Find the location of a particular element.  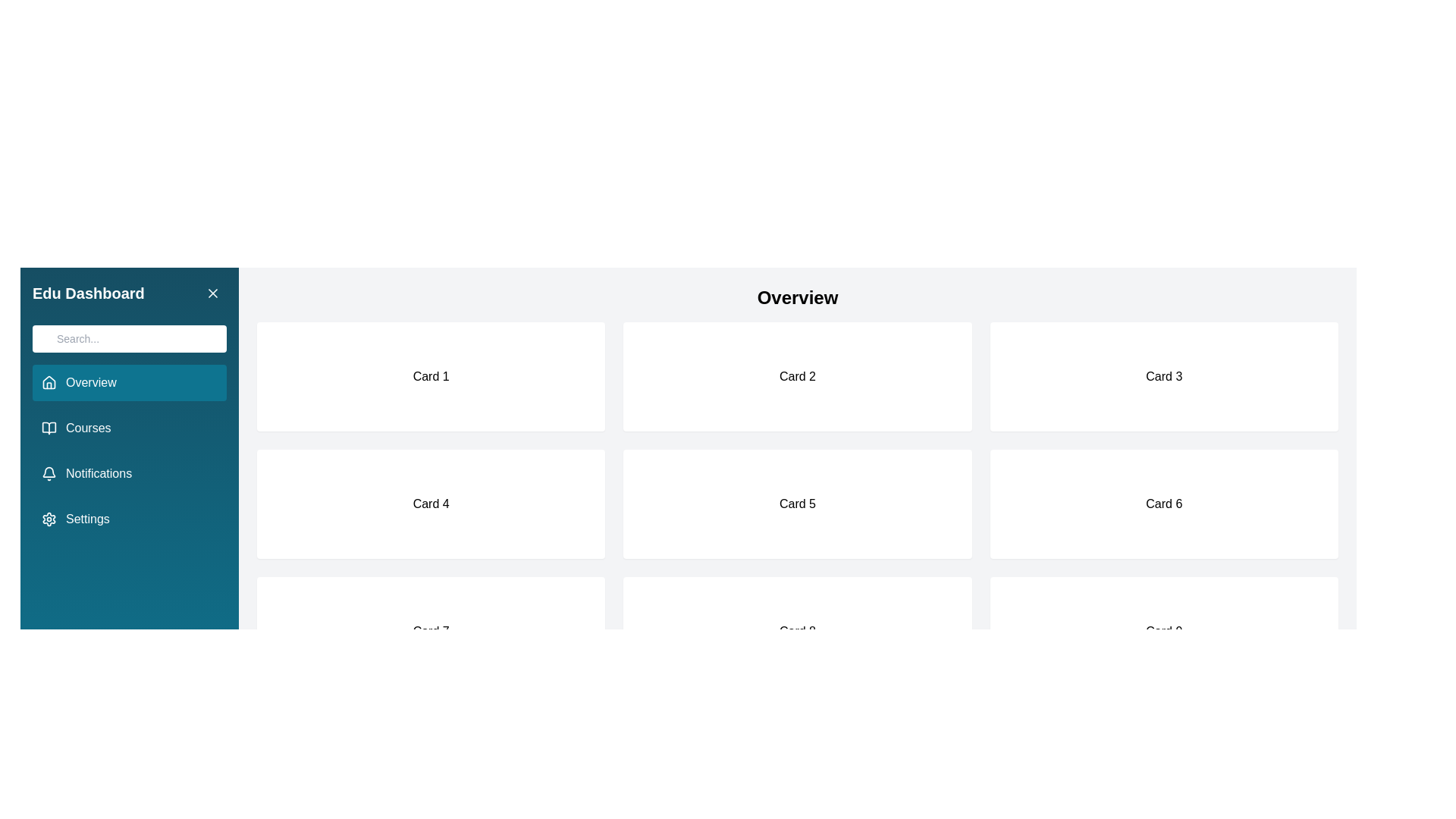

the menu item Settings to navigate to the corresponding section is located at coordinates (130, 519).